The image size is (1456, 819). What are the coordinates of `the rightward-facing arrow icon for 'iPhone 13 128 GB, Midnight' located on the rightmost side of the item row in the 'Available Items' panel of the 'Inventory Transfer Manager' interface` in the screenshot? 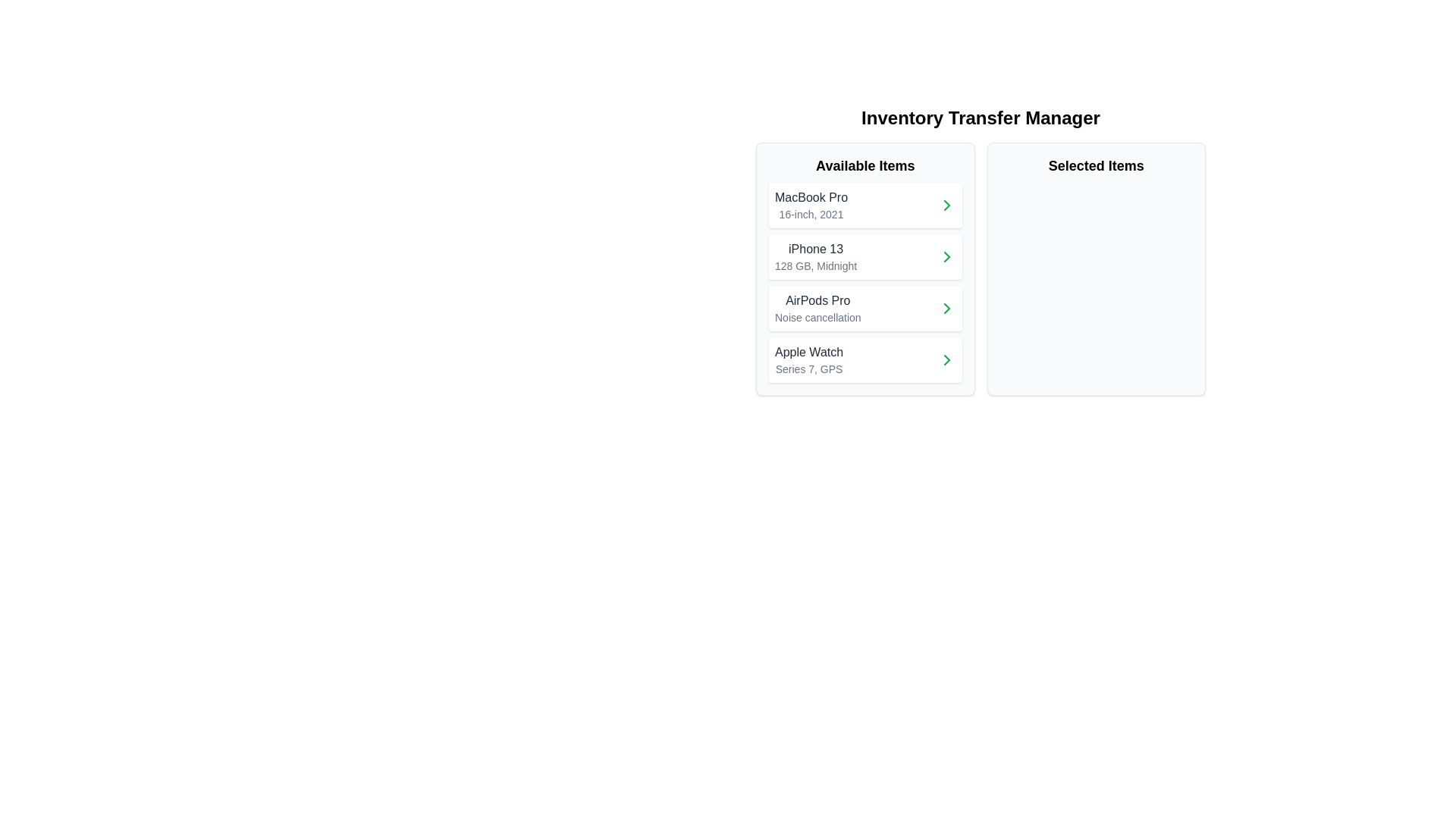 It's located at (946, 256).